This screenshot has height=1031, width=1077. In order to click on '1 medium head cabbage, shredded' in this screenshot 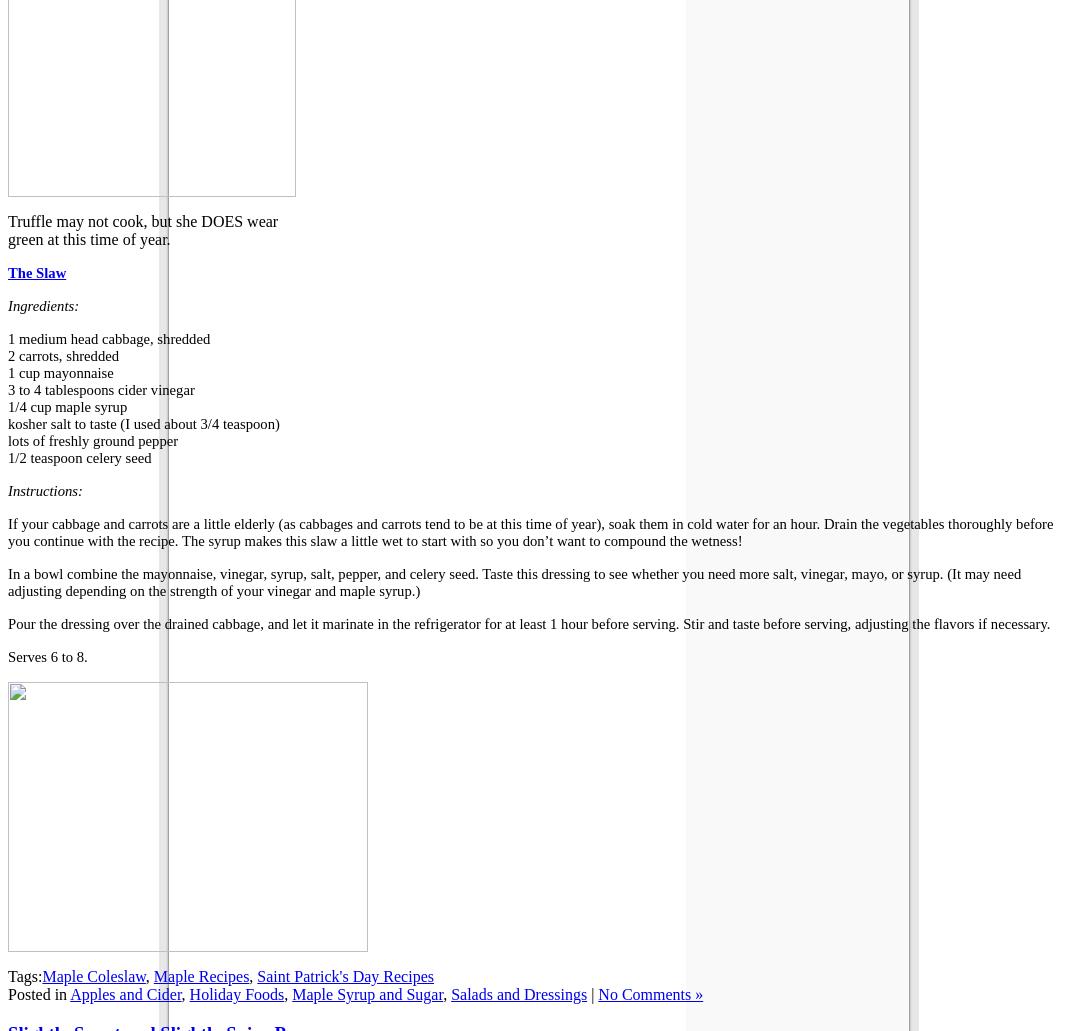, I will do `click(6, 337)`.